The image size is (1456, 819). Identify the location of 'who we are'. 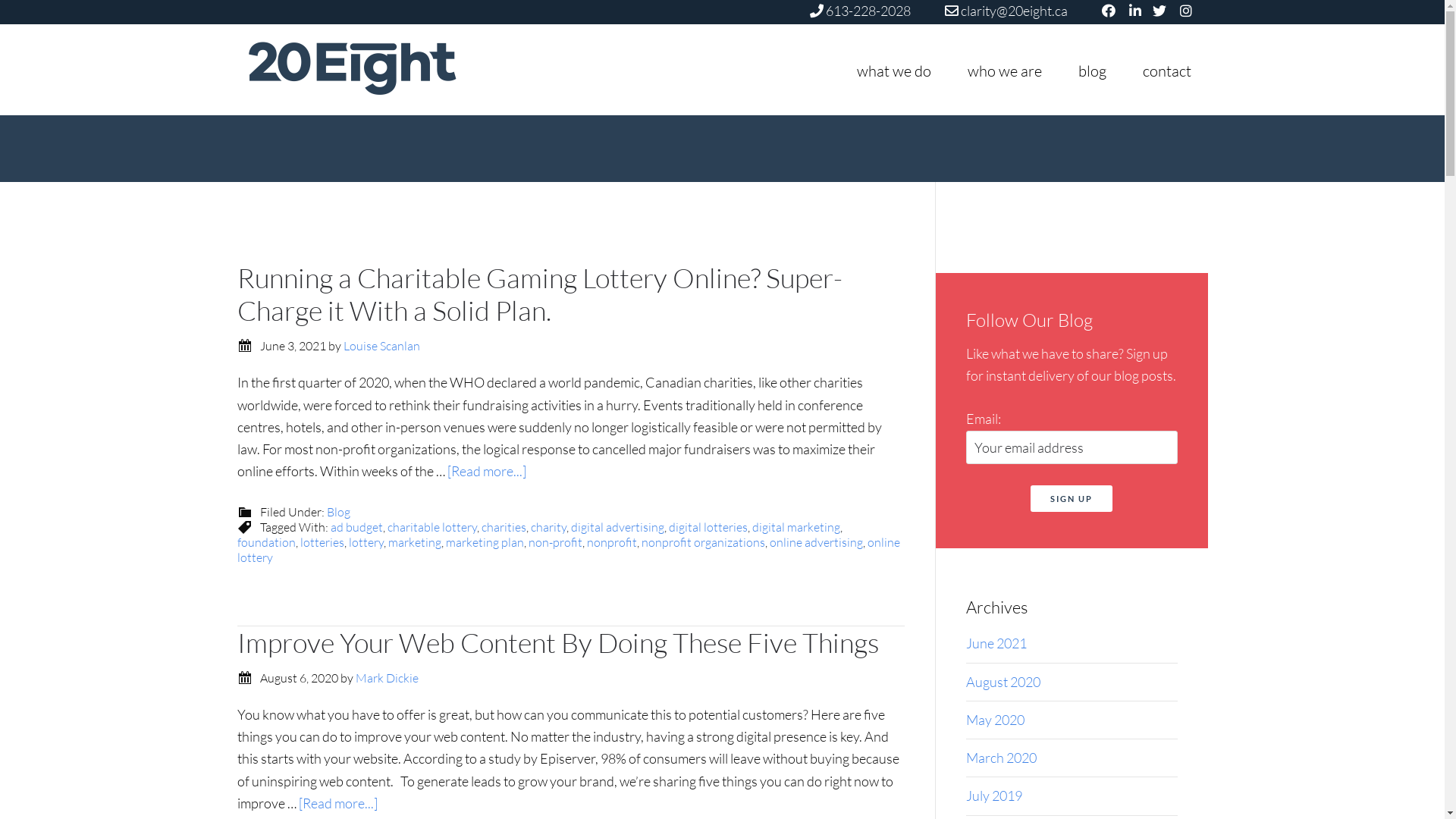
(1004, 71).